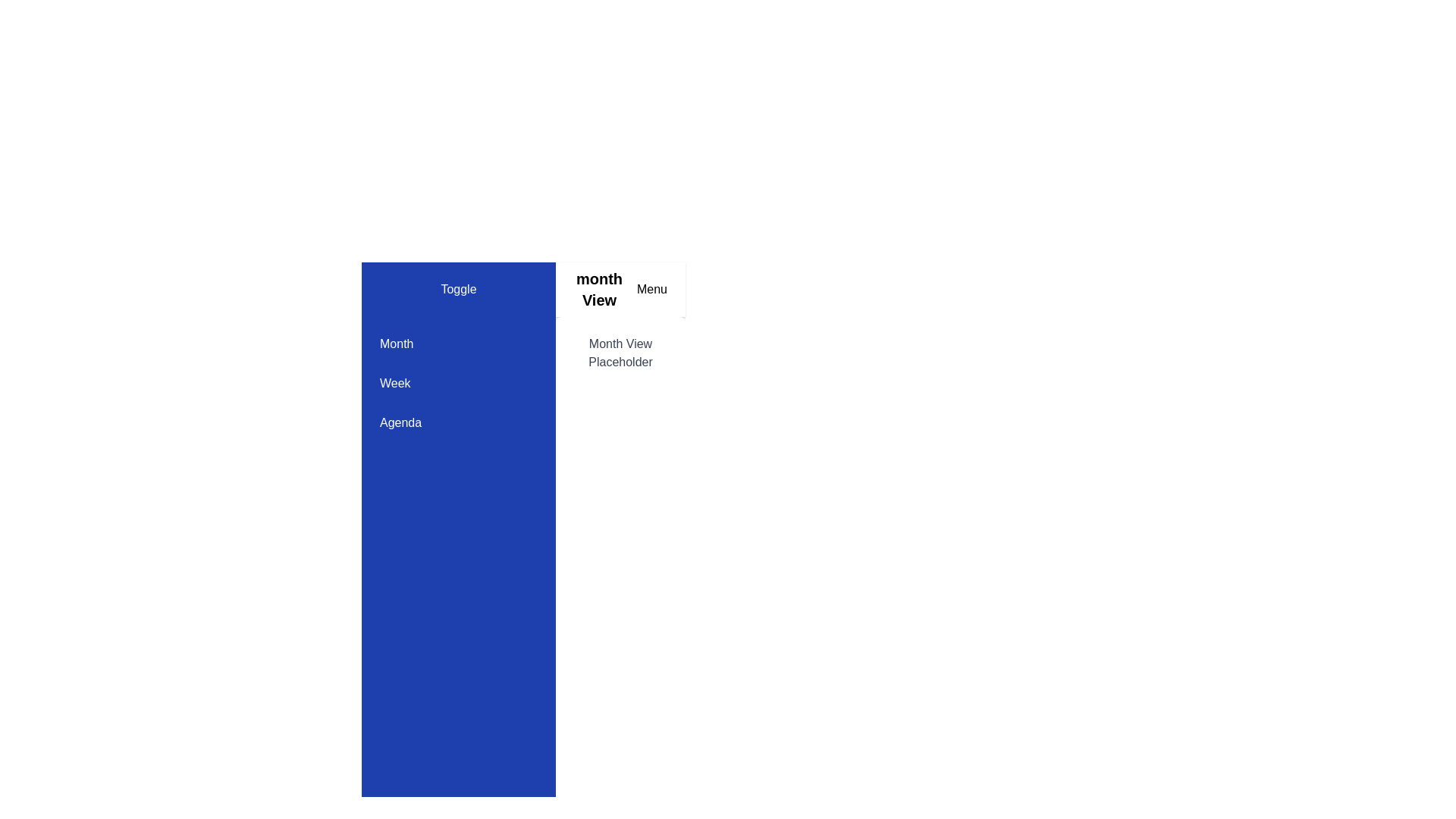 Image resolution: width=1456 pixels, height=819 pixels. Describe the element at coordinates (457, 289) in the screenshot. I see `the blue 'Toggle' button located at the top of the vertical sidebar` at that location.